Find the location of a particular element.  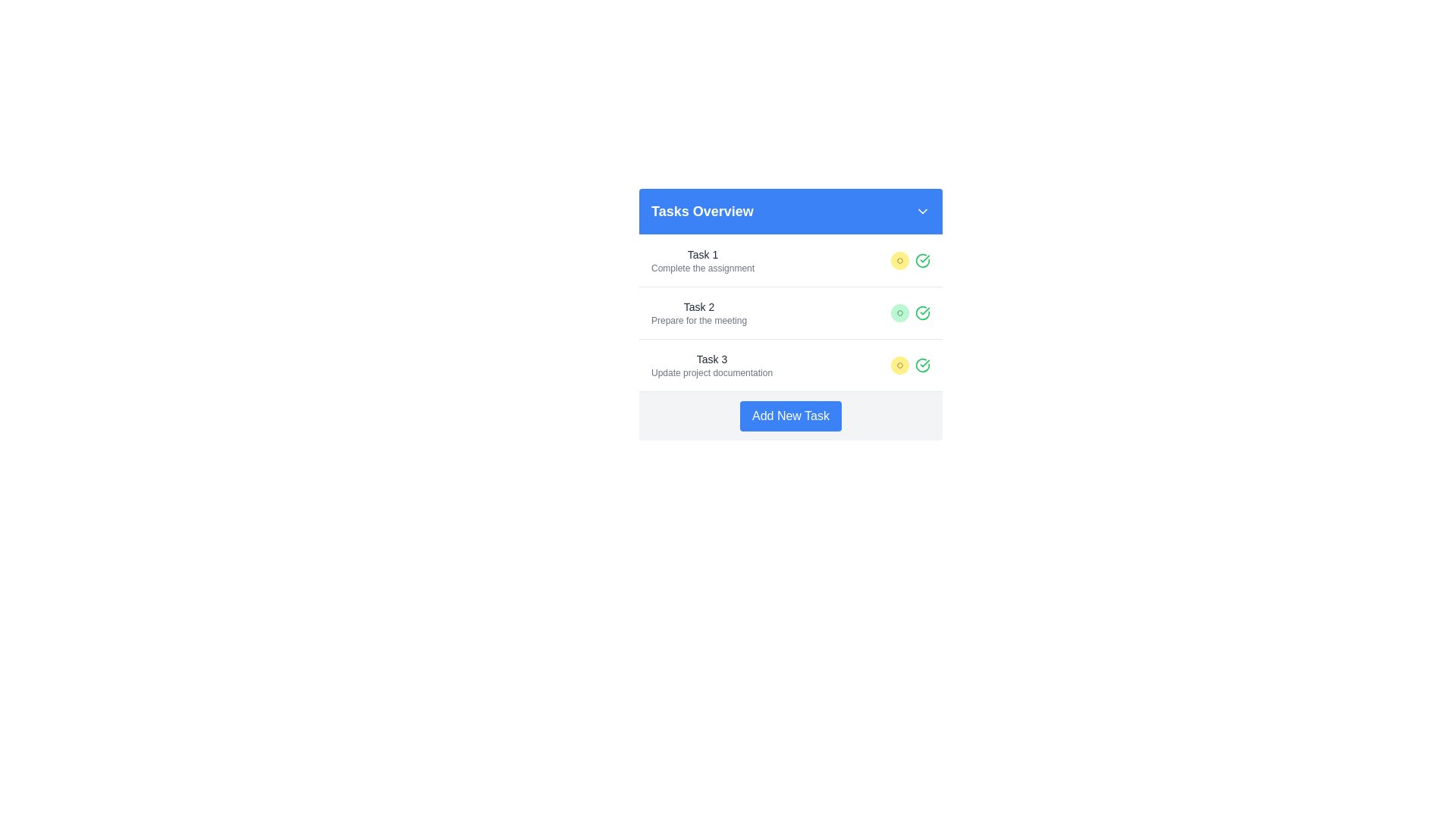

the green rounded badge with the text 'complete' inside, which is part of the Status indicator in the 'Task 2' list item is located at coordinates (910, 312).